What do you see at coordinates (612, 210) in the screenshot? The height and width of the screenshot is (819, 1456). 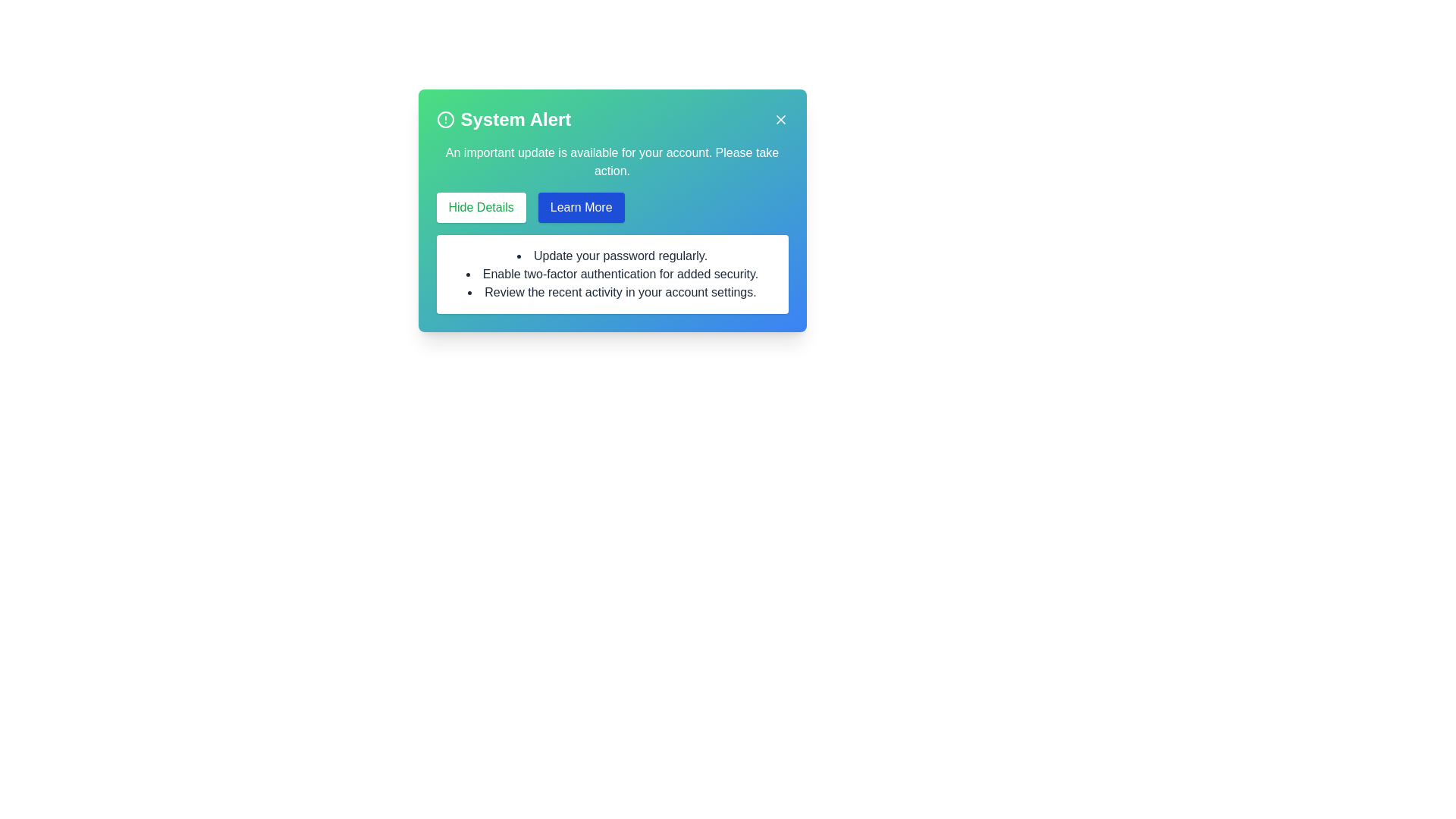 I see `the blue 'Learn More' button with rounded corners and white bold text, located within a notification modal` at bounding box center [612, 210].